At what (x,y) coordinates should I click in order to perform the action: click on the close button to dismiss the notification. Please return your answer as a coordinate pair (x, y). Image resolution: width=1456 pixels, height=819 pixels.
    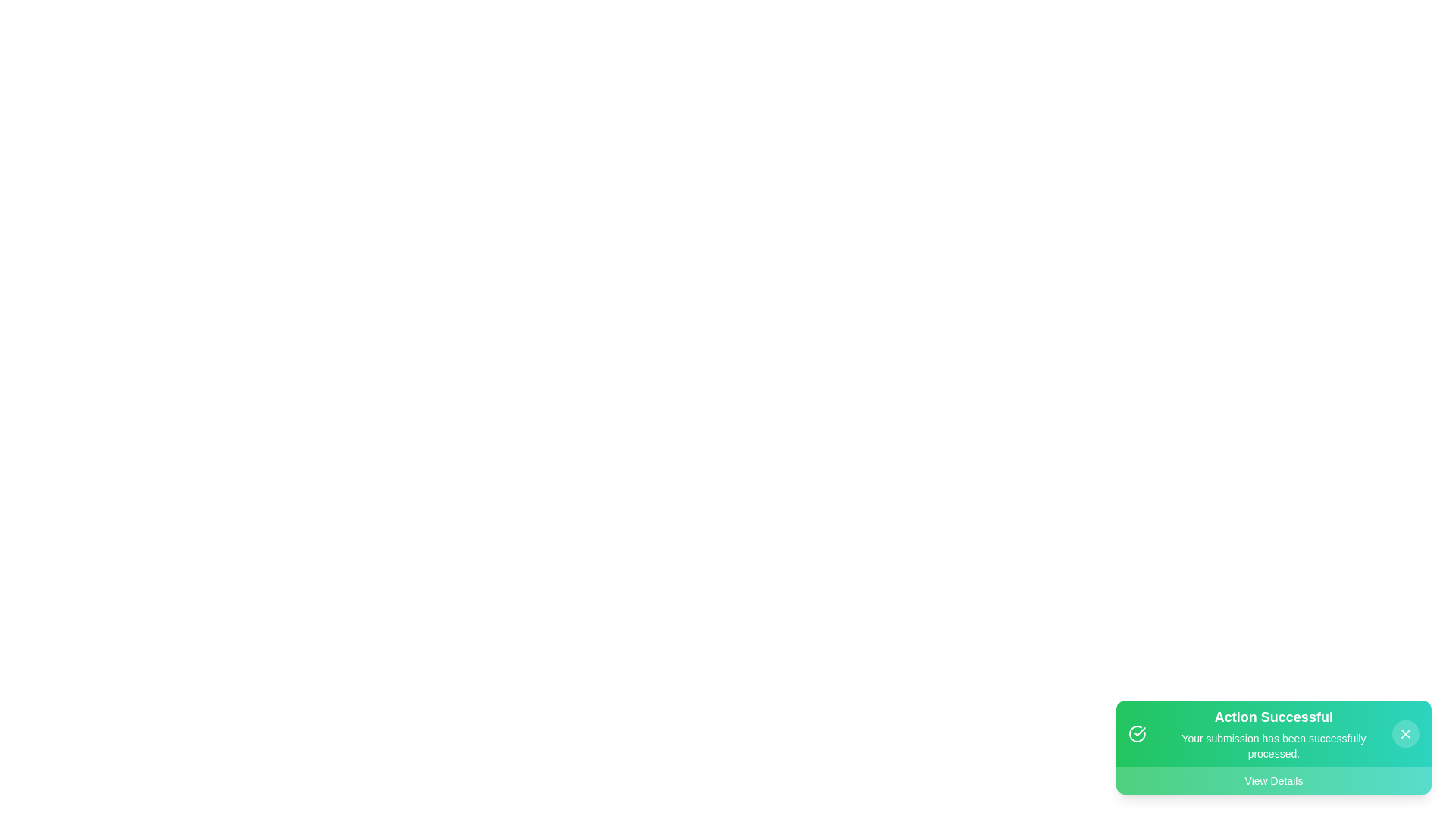
    Looking at the image, I should click on (1404, 733).